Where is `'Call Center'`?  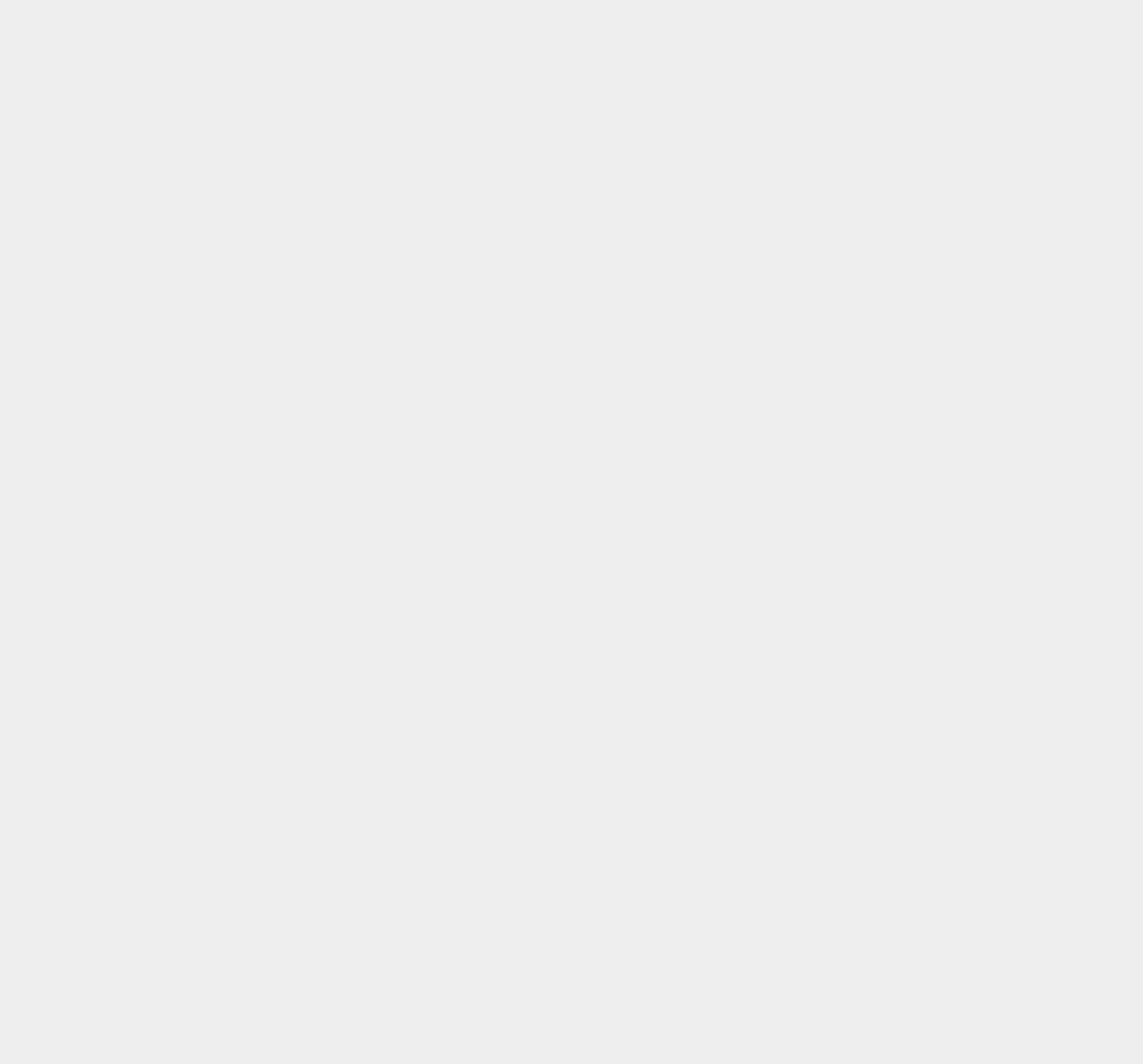
'Call Center' is located at coordinates (840, 80).